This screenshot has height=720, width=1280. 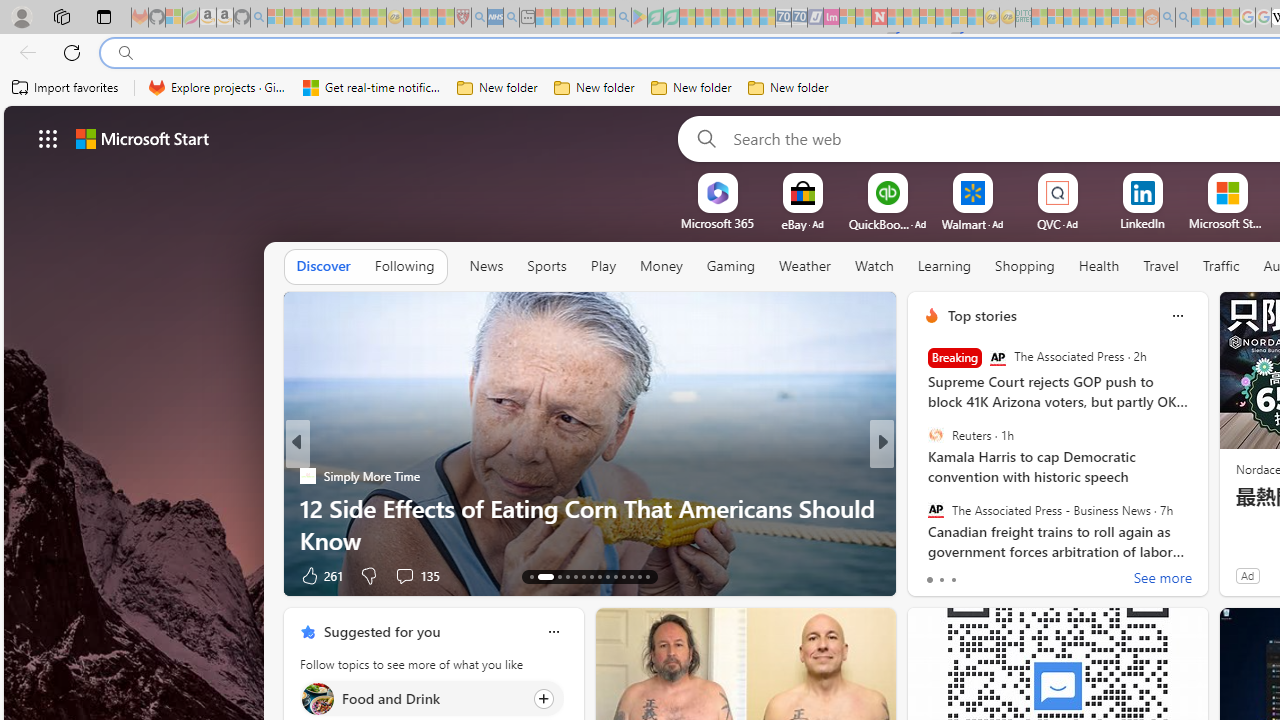 I want to click on 'Body Network', so click(x=922, y=475).